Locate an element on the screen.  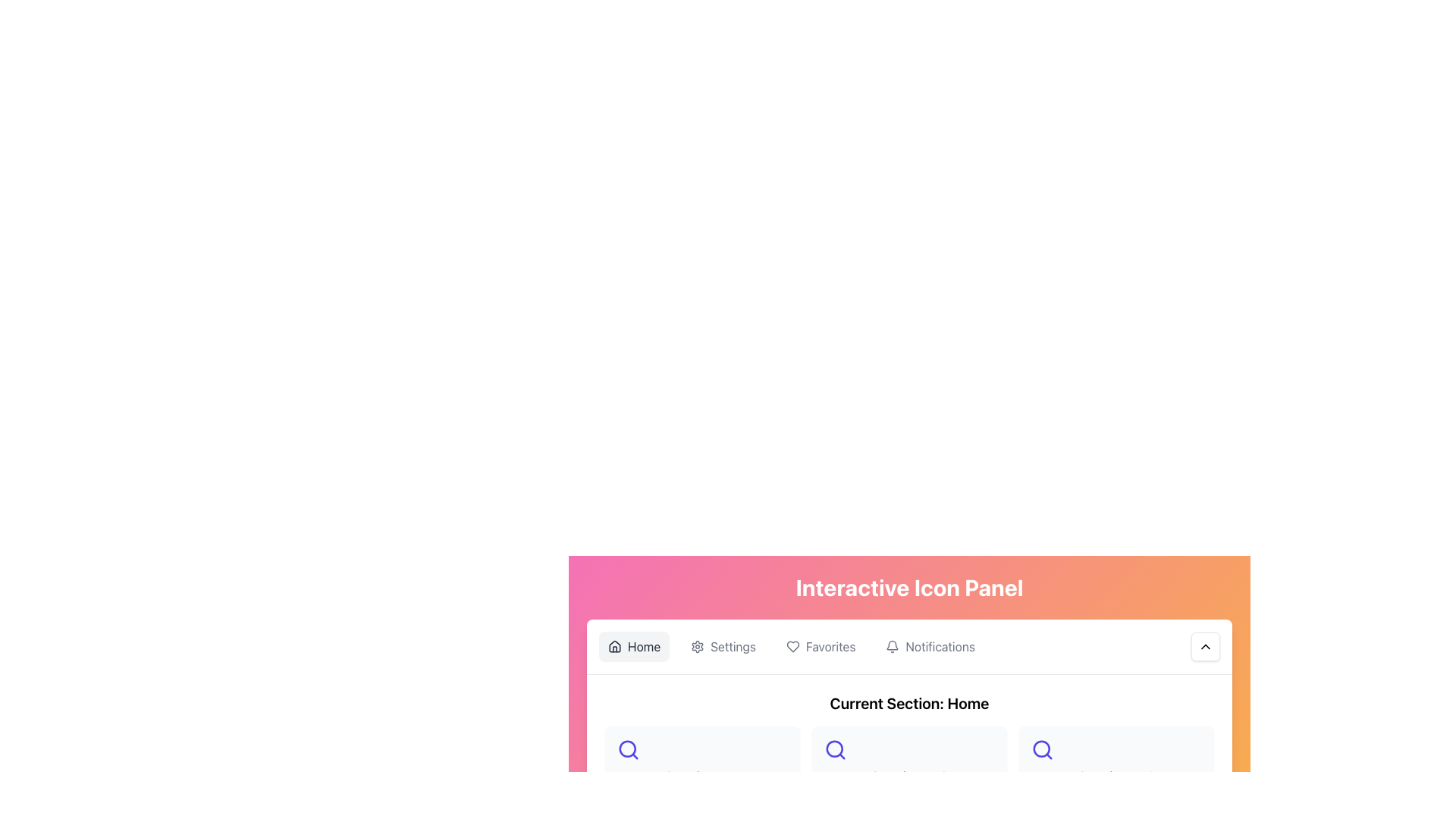
the central circular detail of the magnifying glass icon, which is visually a smooth, round outline filled with the interface's background color is located at coordinates (627, 748).